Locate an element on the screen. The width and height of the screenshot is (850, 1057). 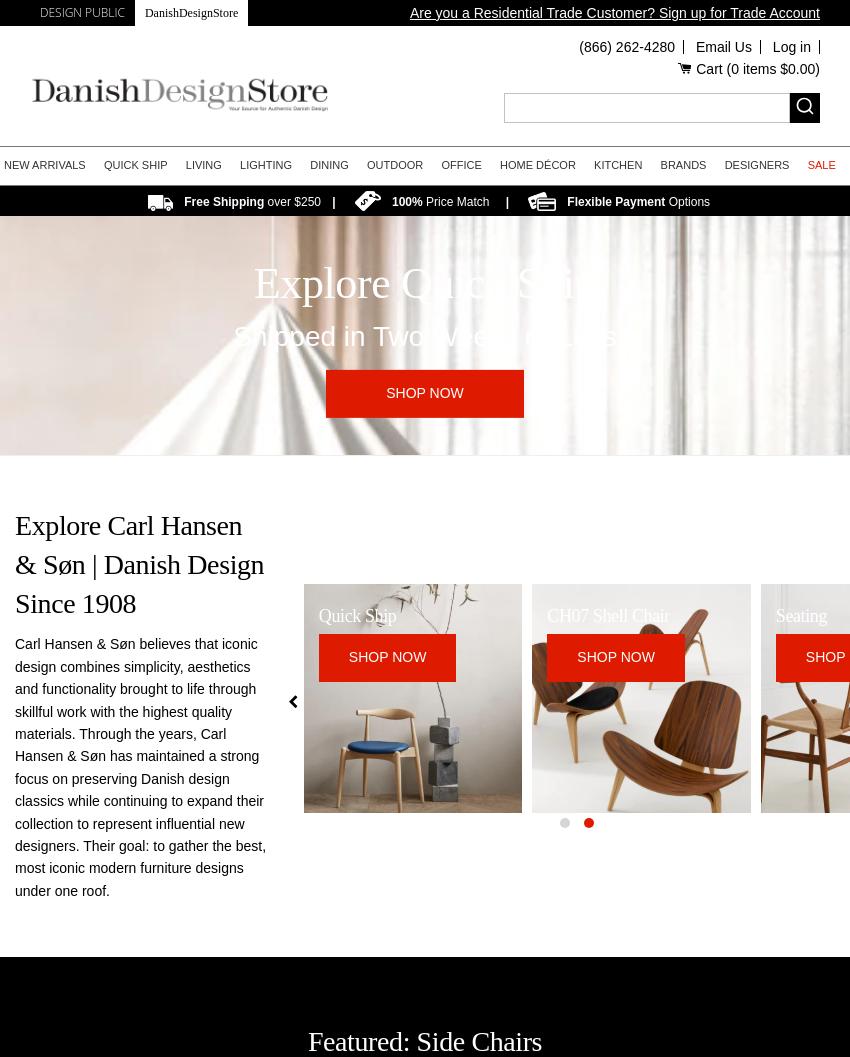
'Price Match' is located at coordinates (455, 201).